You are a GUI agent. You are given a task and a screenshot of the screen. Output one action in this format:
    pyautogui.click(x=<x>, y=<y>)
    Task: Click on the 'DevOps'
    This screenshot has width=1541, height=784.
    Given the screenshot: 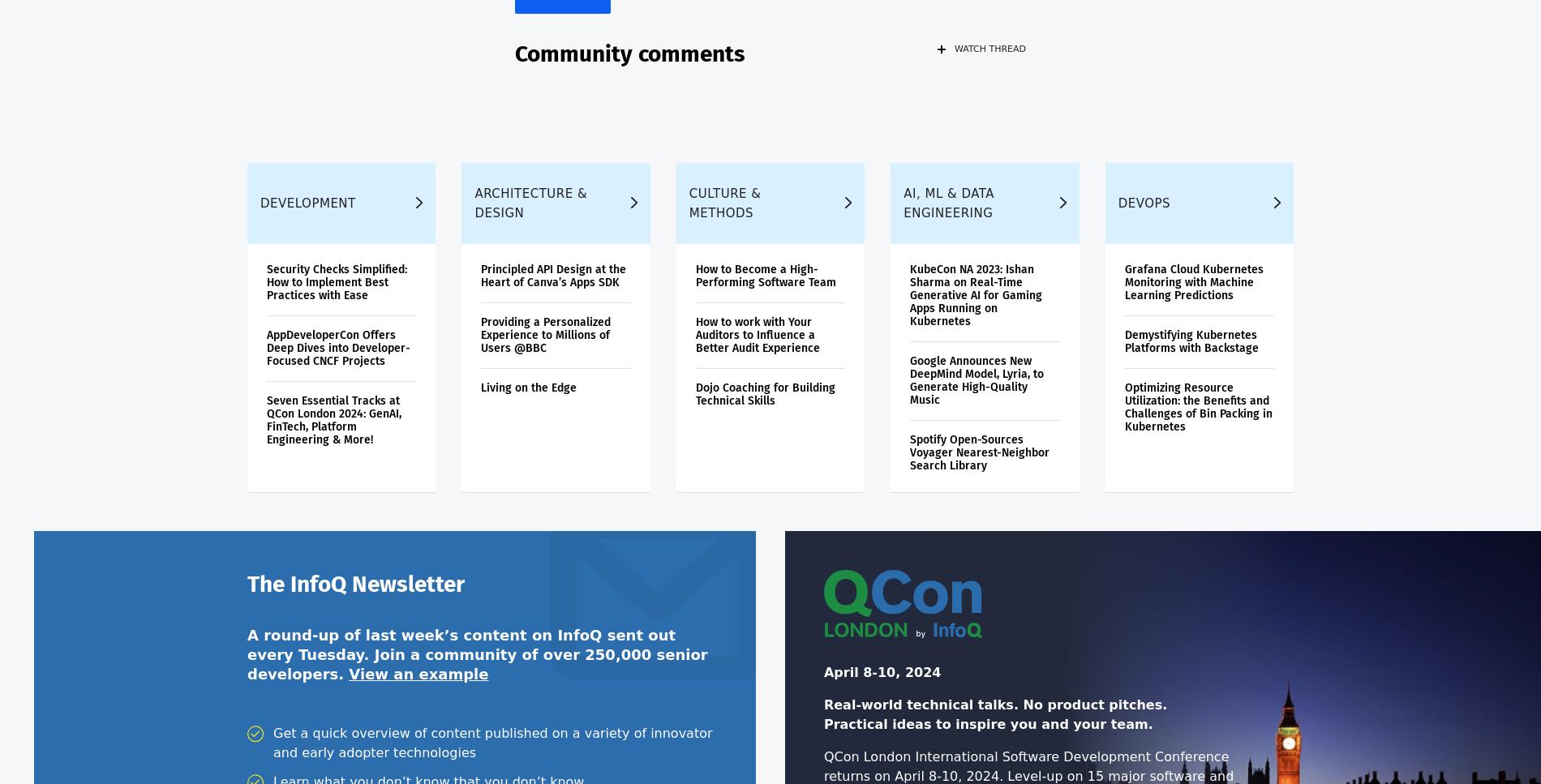 What is the action you would take?
    pyautogui.click(x=1143, y=212)
    